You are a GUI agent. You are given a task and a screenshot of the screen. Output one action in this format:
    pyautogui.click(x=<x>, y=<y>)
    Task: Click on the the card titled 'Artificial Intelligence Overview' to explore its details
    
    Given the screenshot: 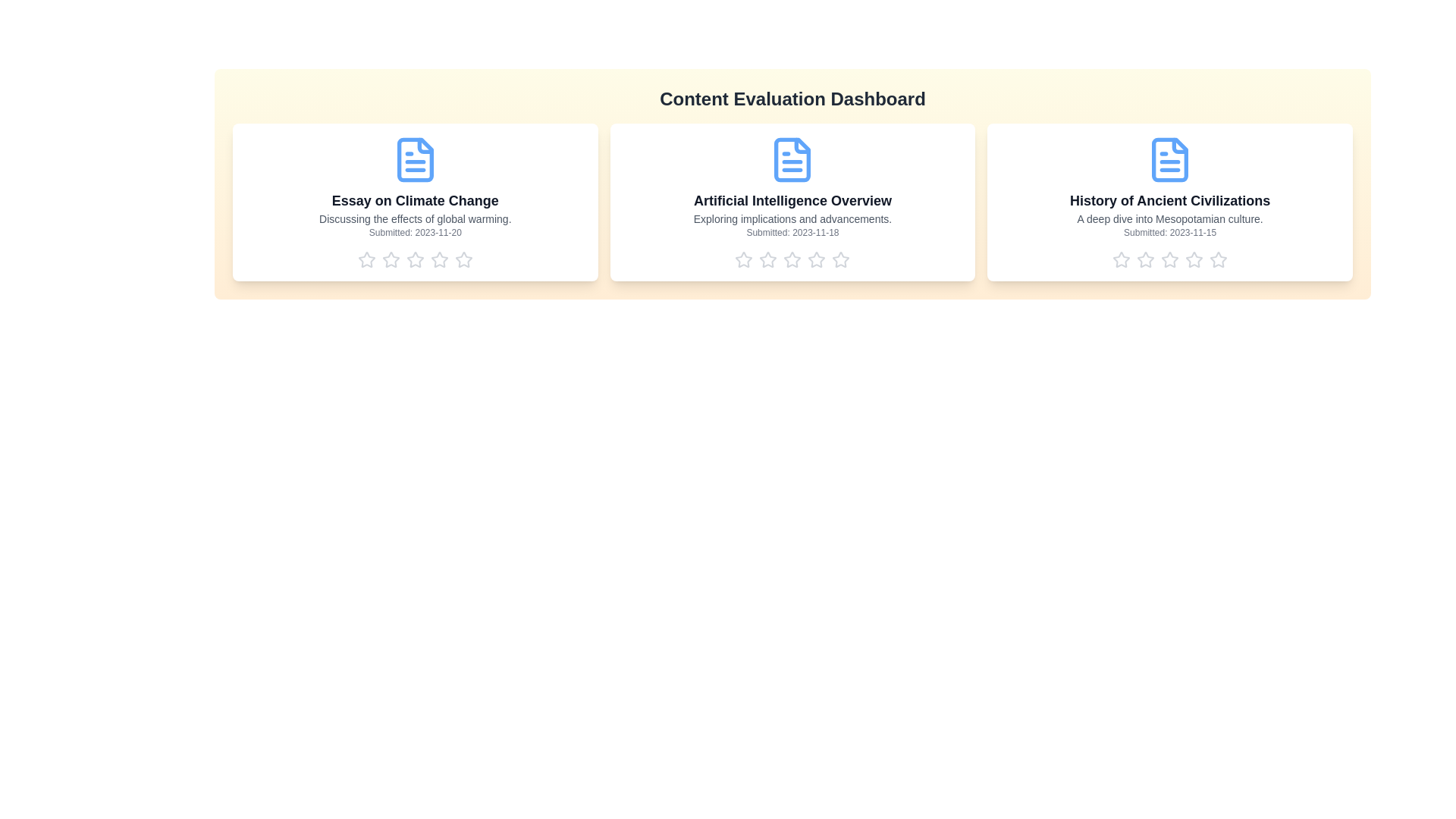 What is the action you would take?
    pyautogui.click(x=792, y=201)
    